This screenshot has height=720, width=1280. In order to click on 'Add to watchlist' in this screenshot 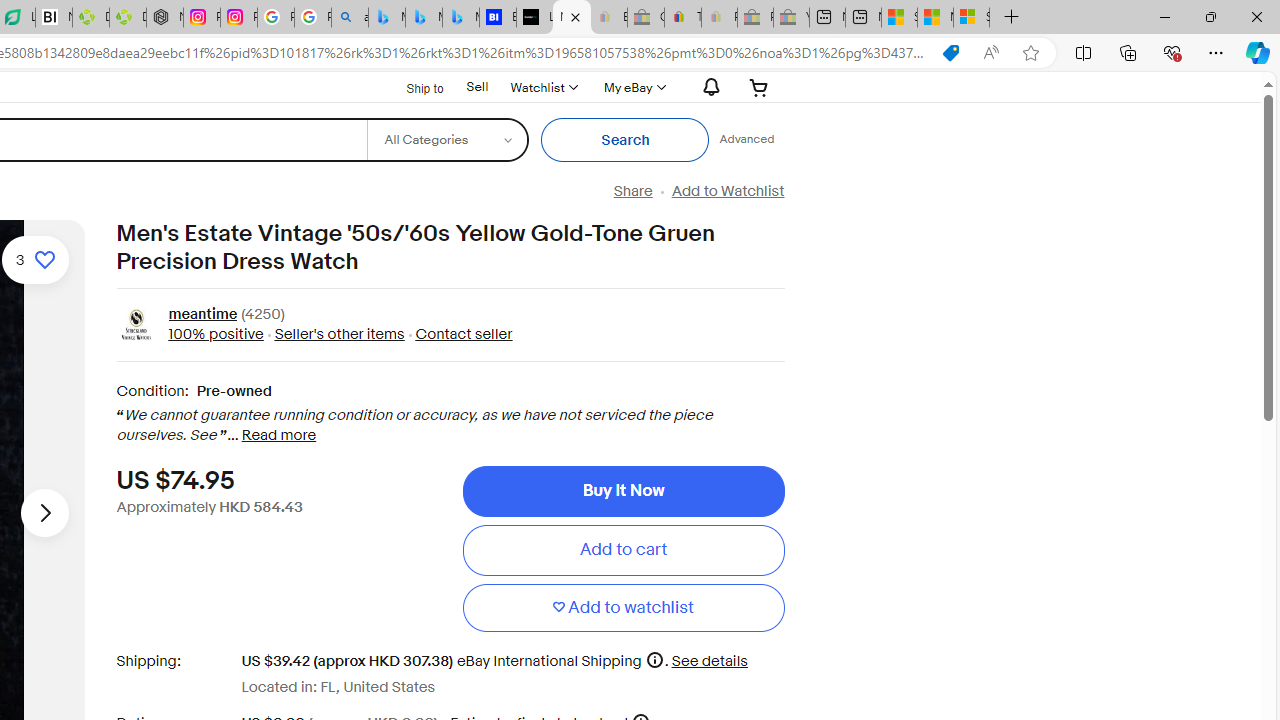, I will do `click(622, 606)`.